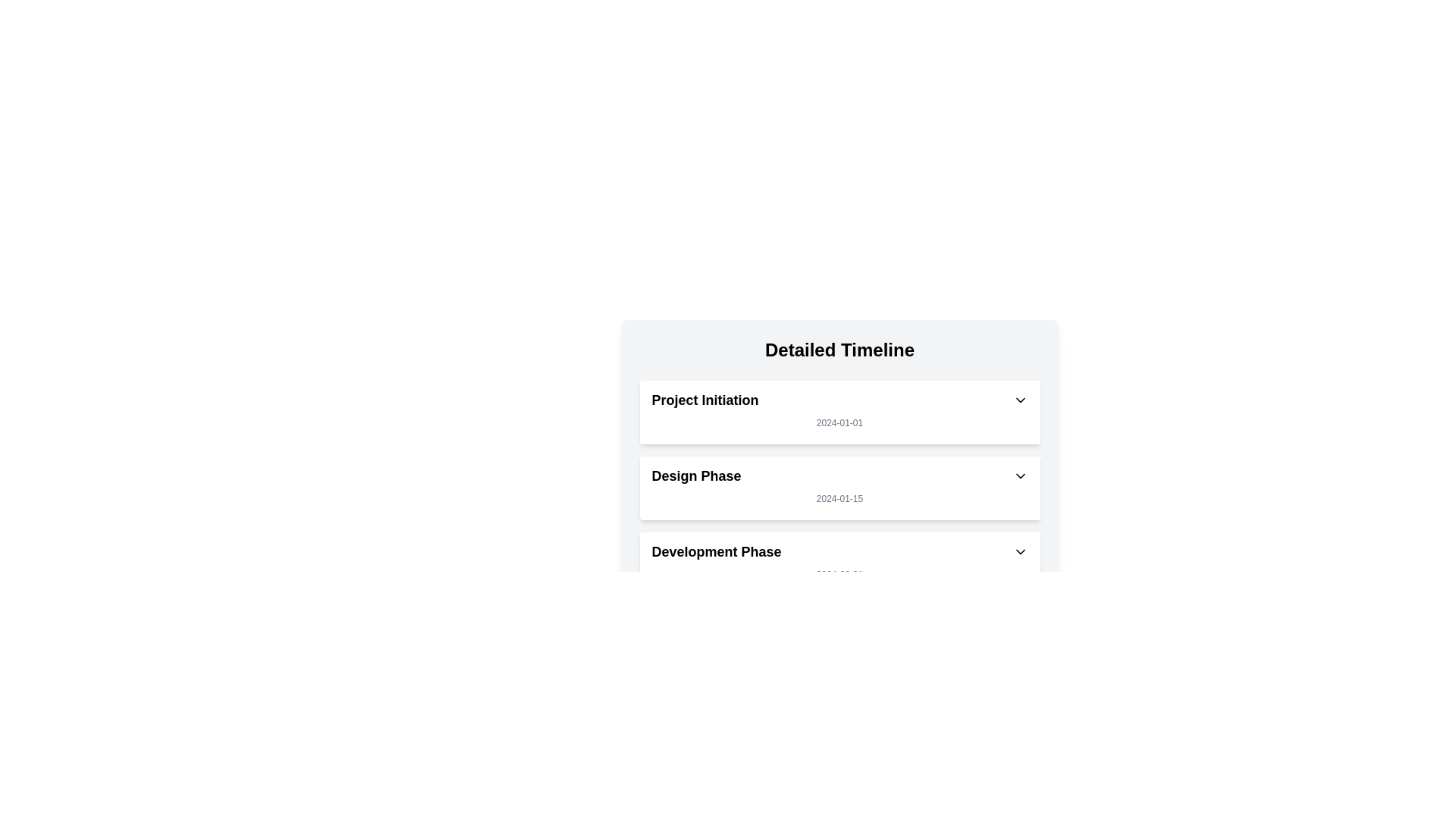  I want to click on the small circular dropdown toggle button with a downward-facing chevron icon located to the right of the 'Development Phase' text, so click(1020, 552).